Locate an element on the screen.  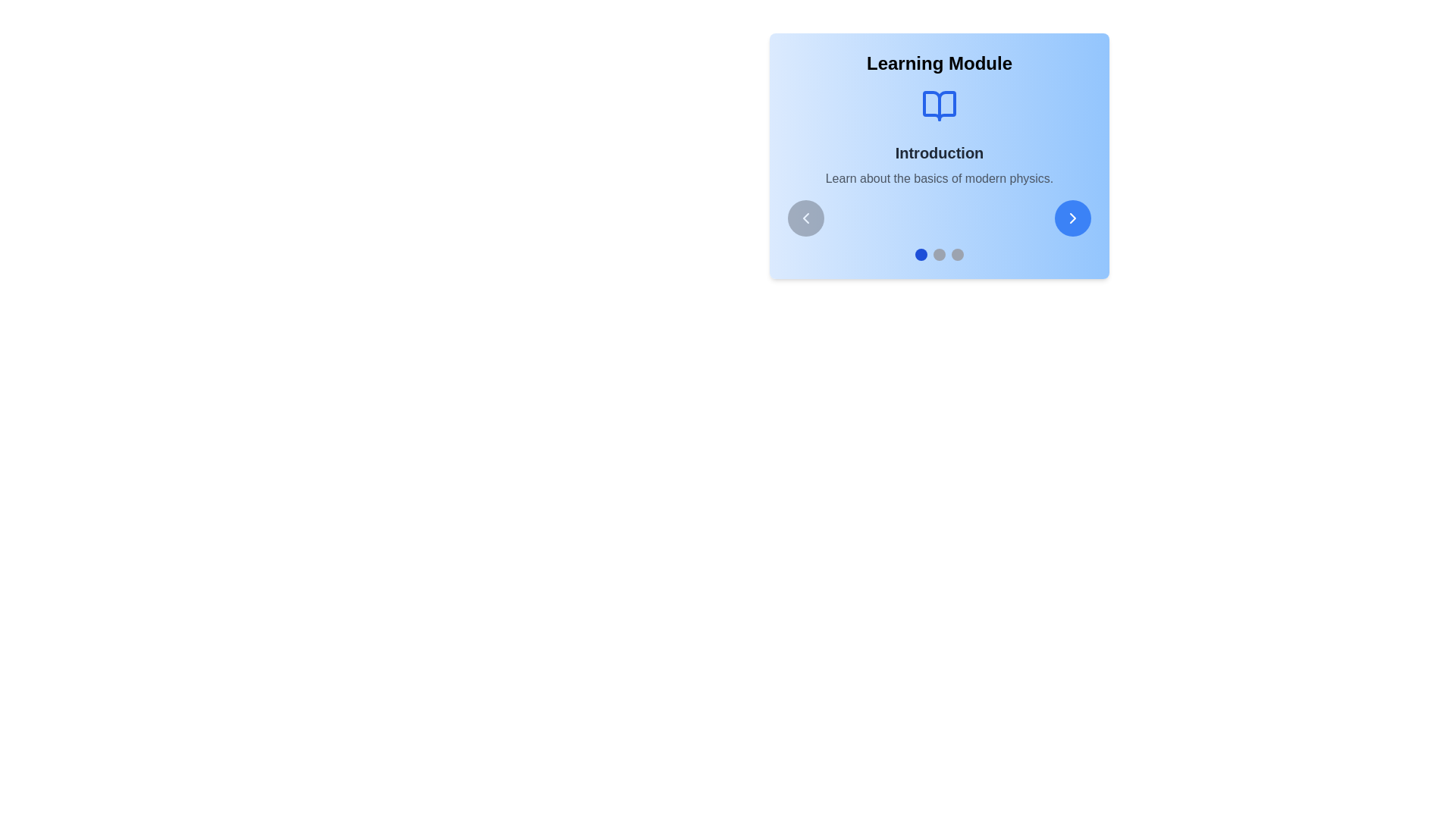
the icon representing a learning topic or module, located above the text 'Introduction' and below the header 'Learning Module' is located at coordinates (938, 105).